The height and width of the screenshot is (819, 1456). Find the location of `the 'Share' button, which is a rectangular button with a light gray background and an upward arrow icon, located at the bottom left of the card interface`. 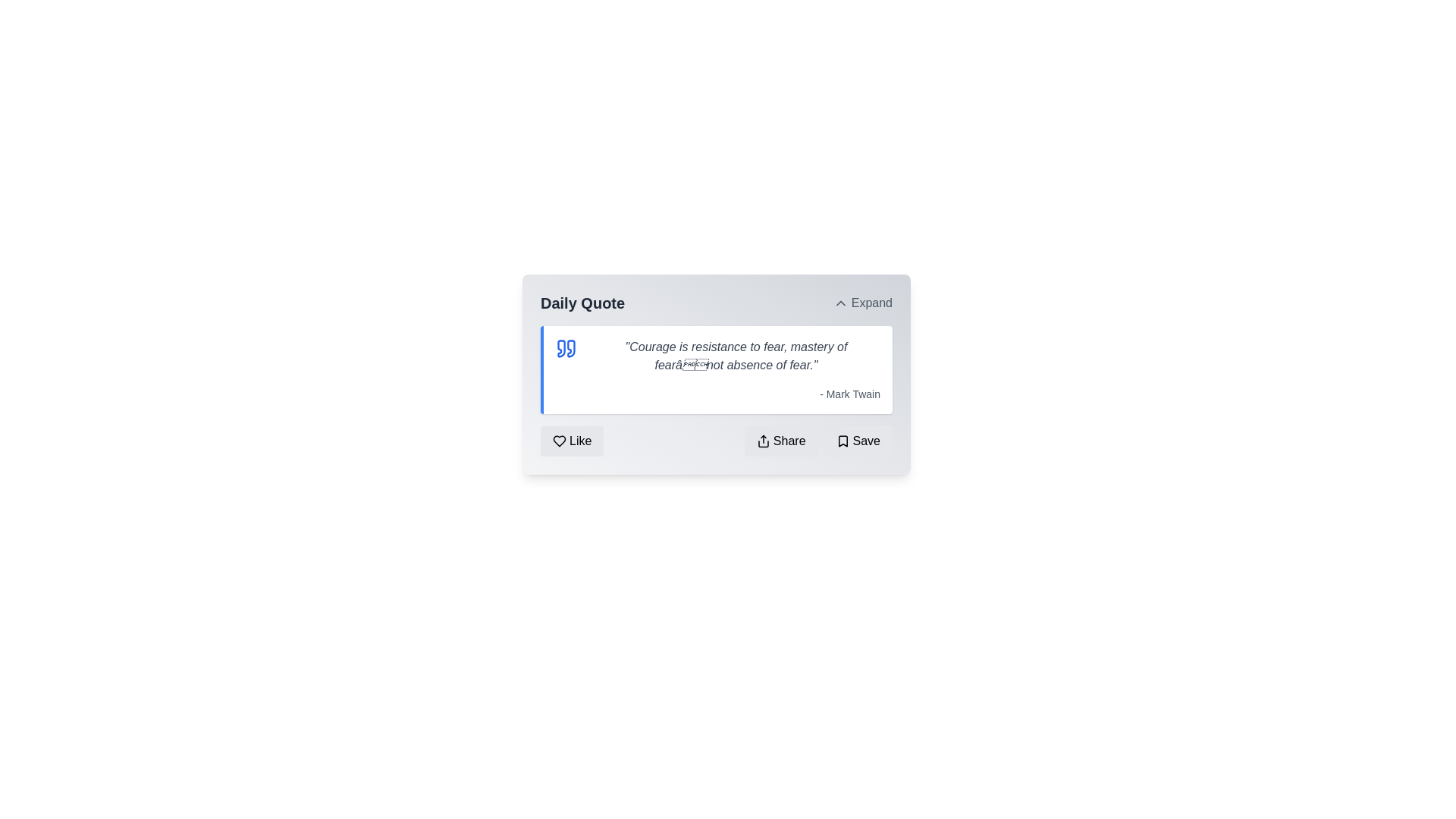

the 'Share' button, which is a rectangular button with a light gray background and an upward arrow icon, located at the bottom left of the card interface is located at coordinates (781, 441).